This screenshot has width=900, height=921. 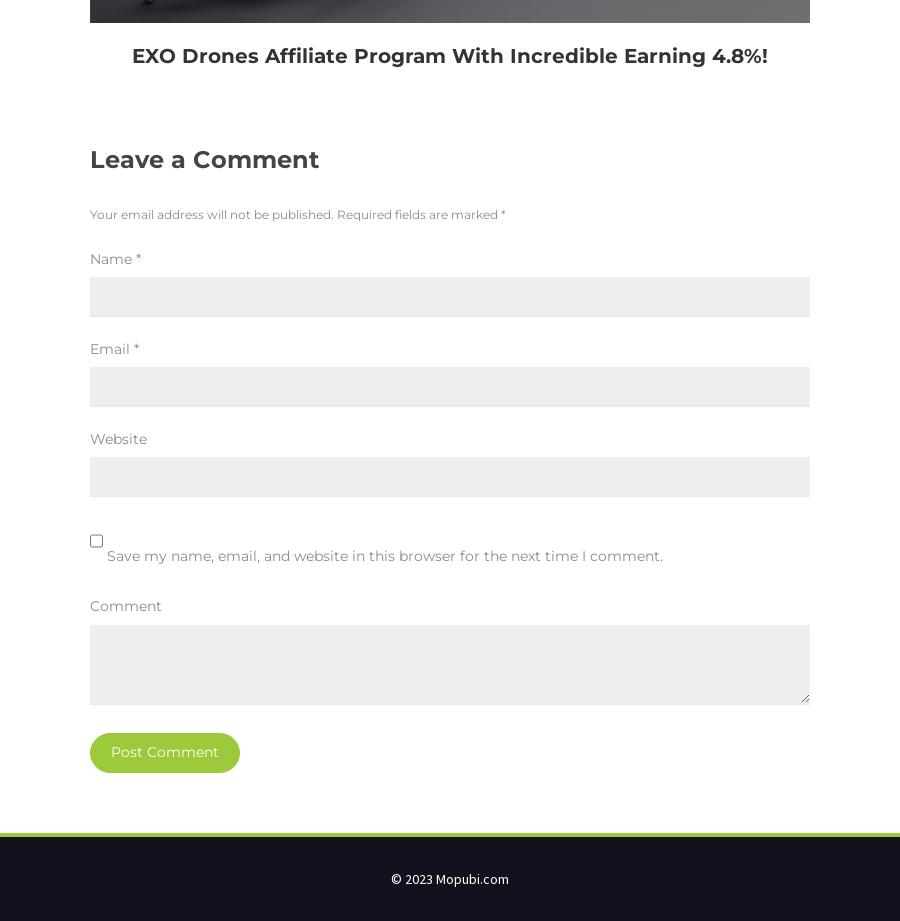 I want to click on 'Leave a Comment', so click(x=204, y=158).